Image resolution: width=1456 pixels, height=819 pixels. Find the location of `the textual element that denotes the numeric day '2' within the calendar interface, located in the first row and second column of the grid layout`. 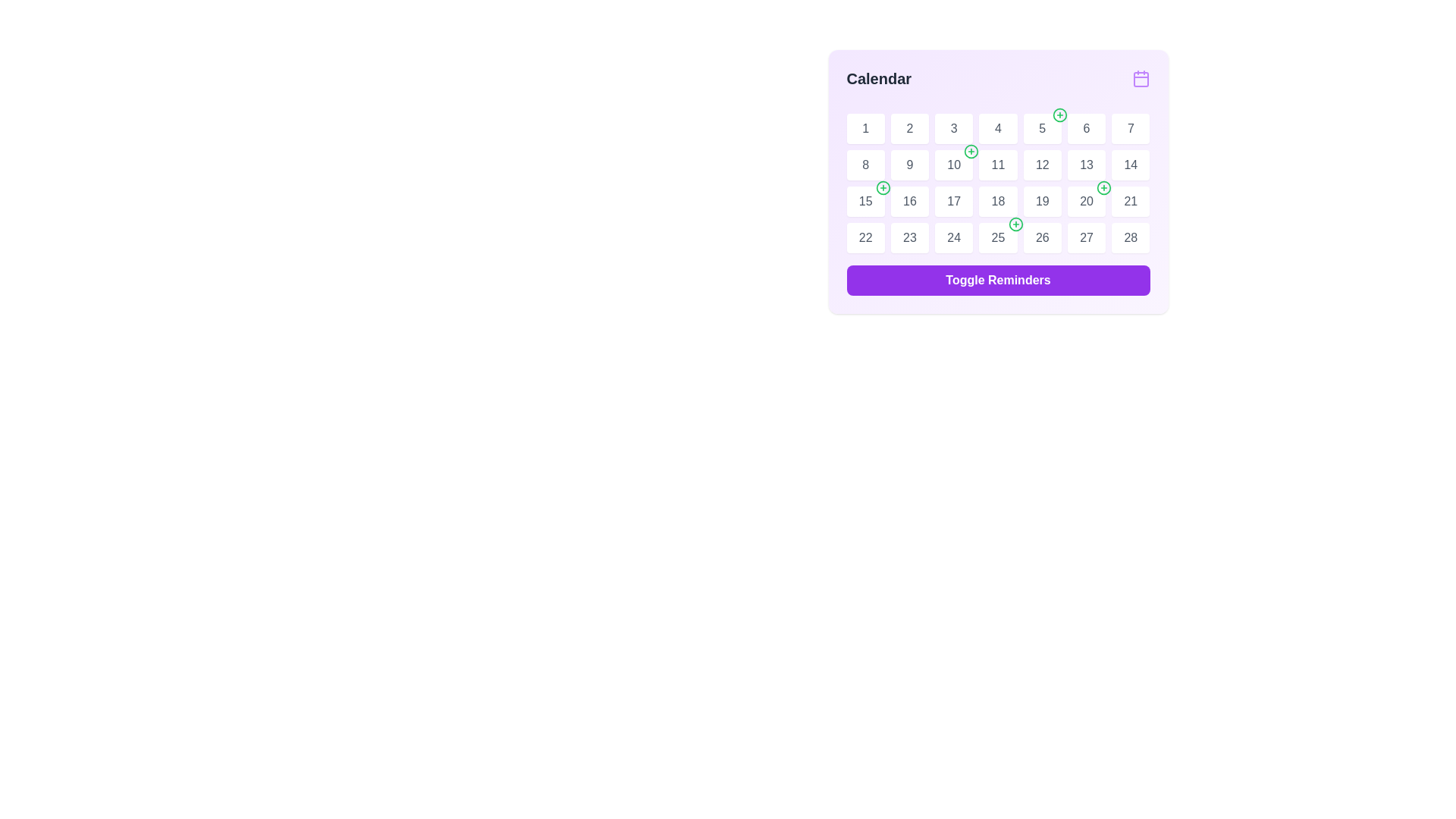

the textual element that denotes the numeric day '2' within the calendar interface, located in the first row and second column of the grid layout is located at coordinates (910, 127).